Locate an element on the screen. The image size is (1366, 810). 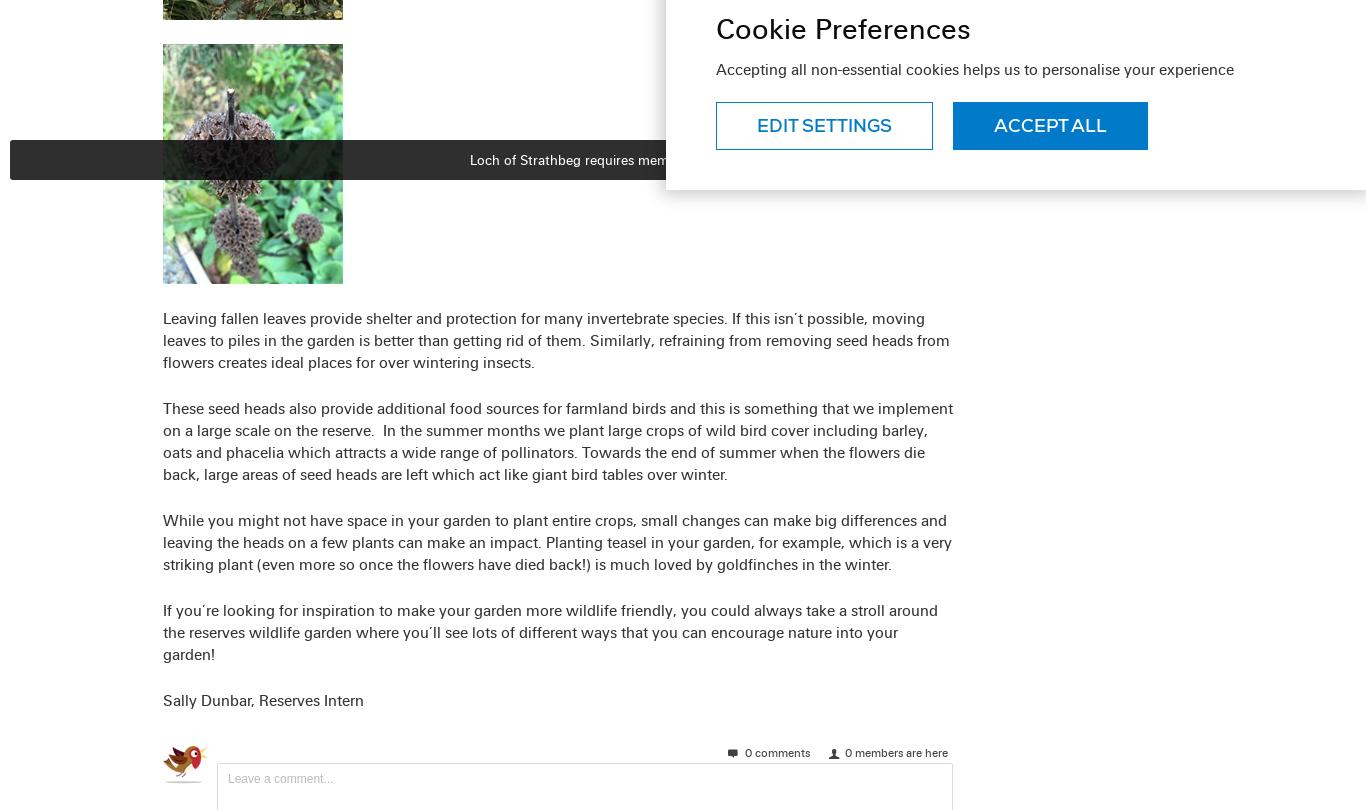
'0 comments' is located at coordinates (741, 751).